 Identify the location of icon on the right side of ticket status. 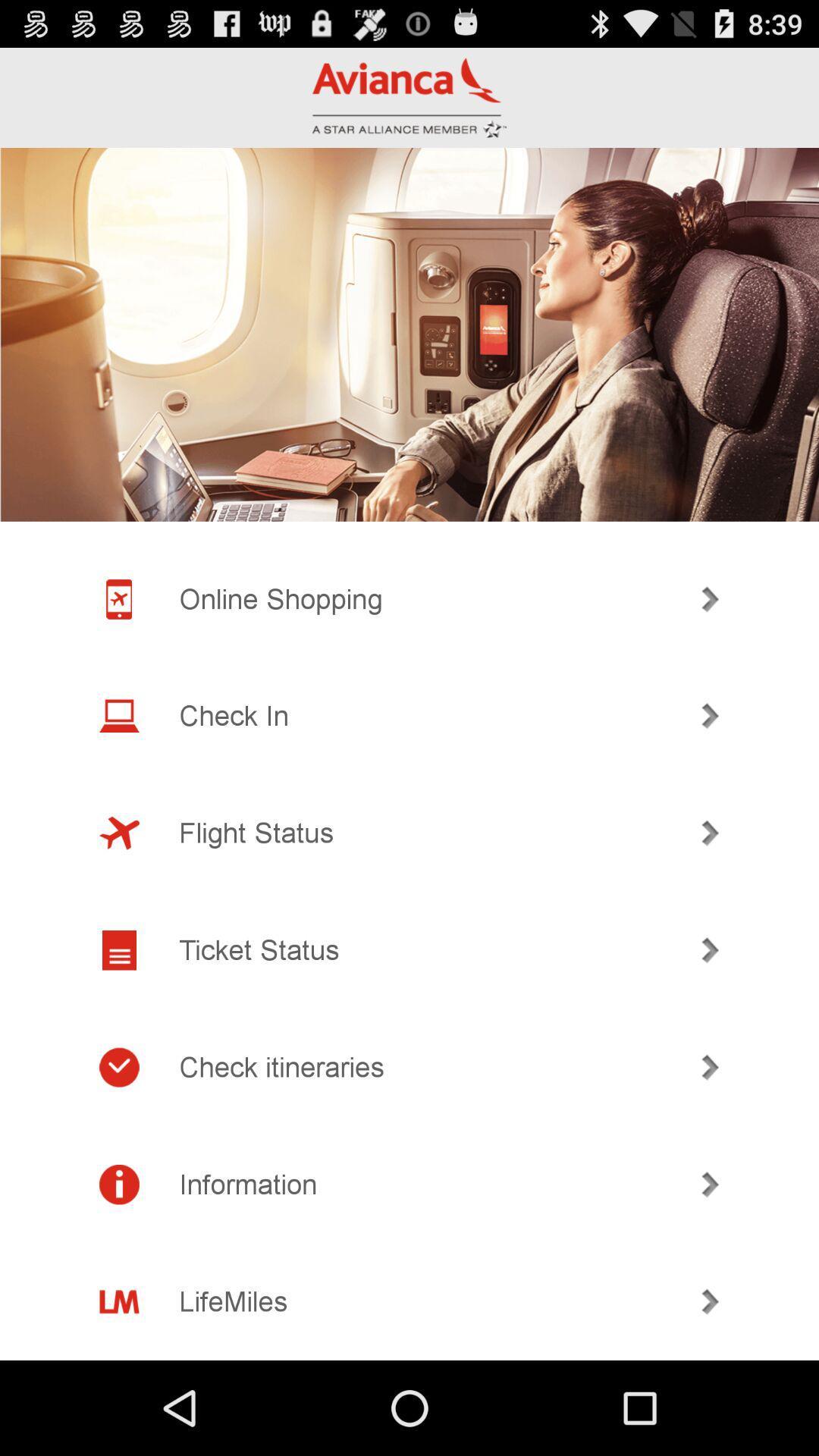
(711, 949).